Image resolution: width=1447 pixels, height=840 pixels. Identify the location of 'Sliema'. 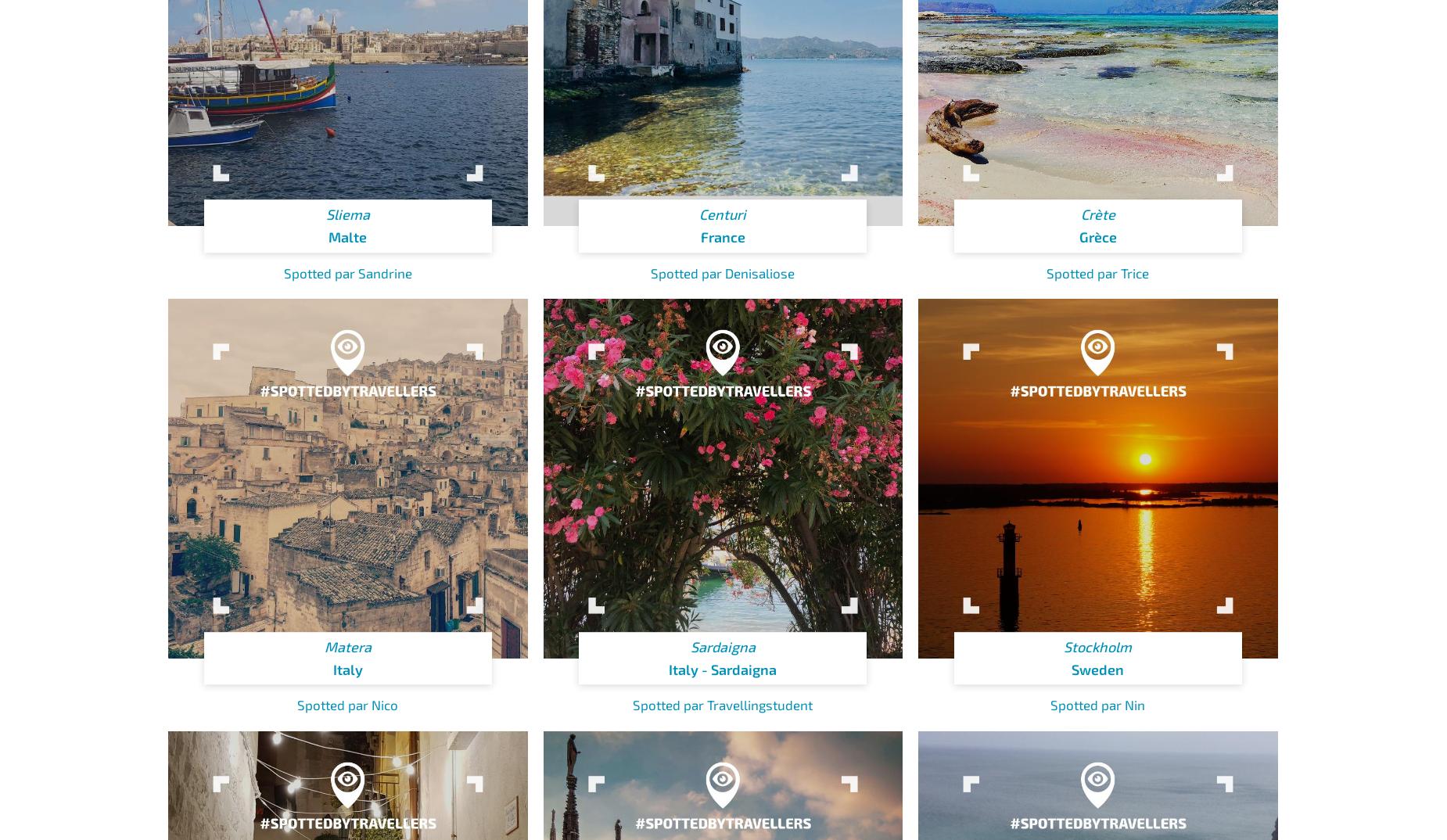
(346, 214).